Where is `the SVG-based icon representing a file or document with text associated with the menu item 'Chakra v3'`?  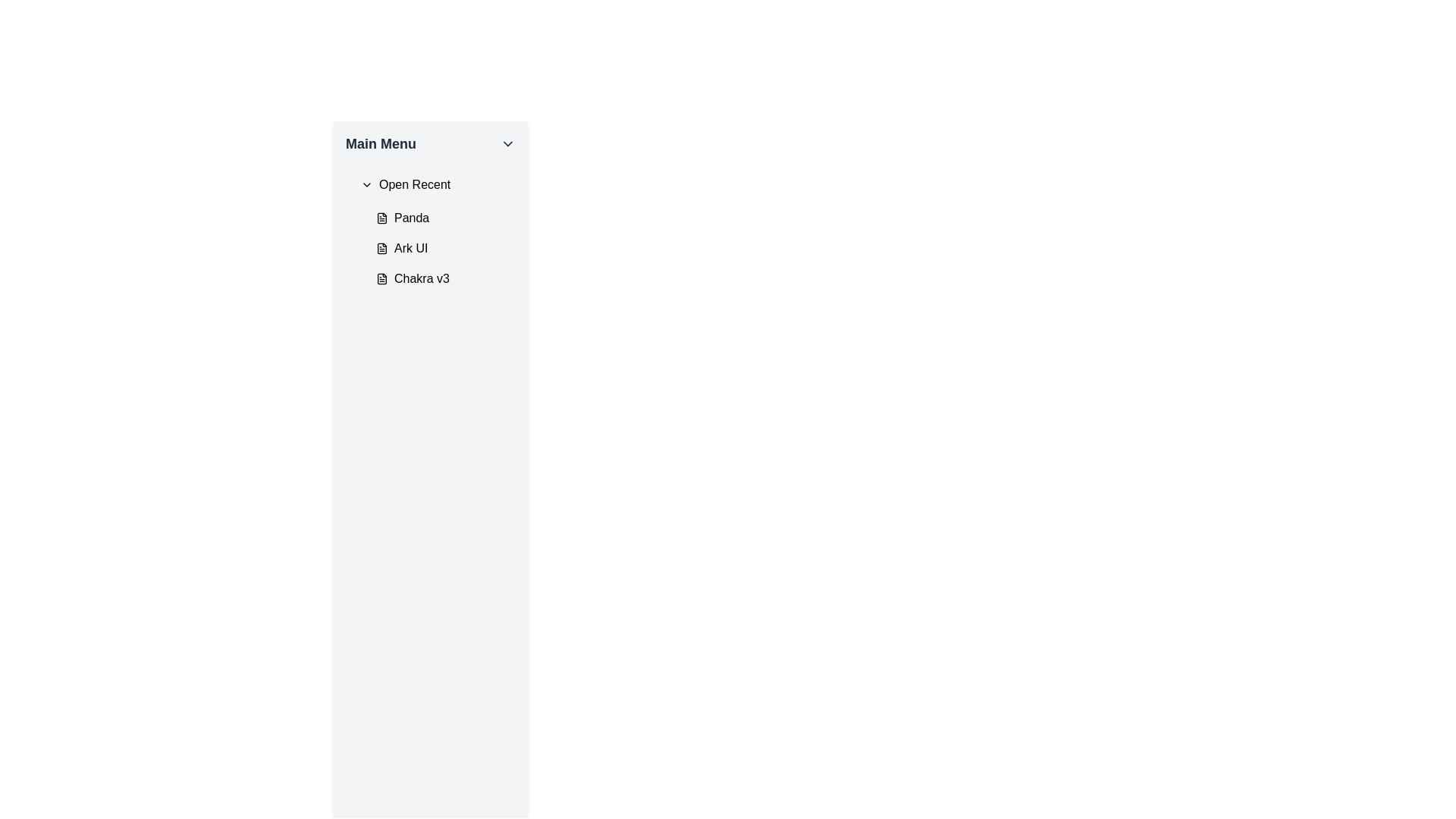
the SVG-based icon representing a file or document with text associated with the menu item 'Chakra v3' is located at coordinates (382, 278).